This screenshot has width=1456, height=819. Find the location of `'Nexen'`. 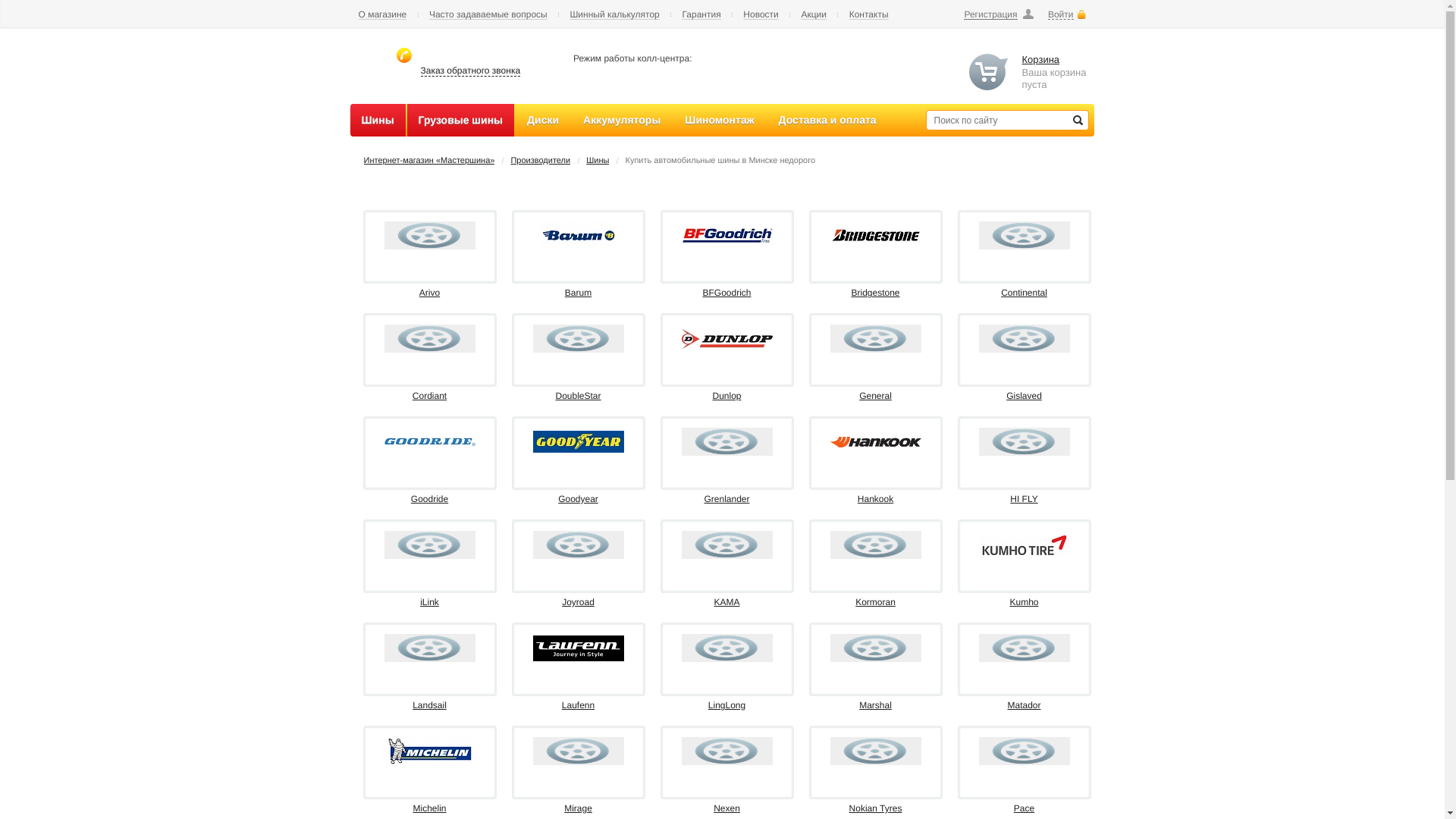

'Nexen' is located at coordinates (726, 751).